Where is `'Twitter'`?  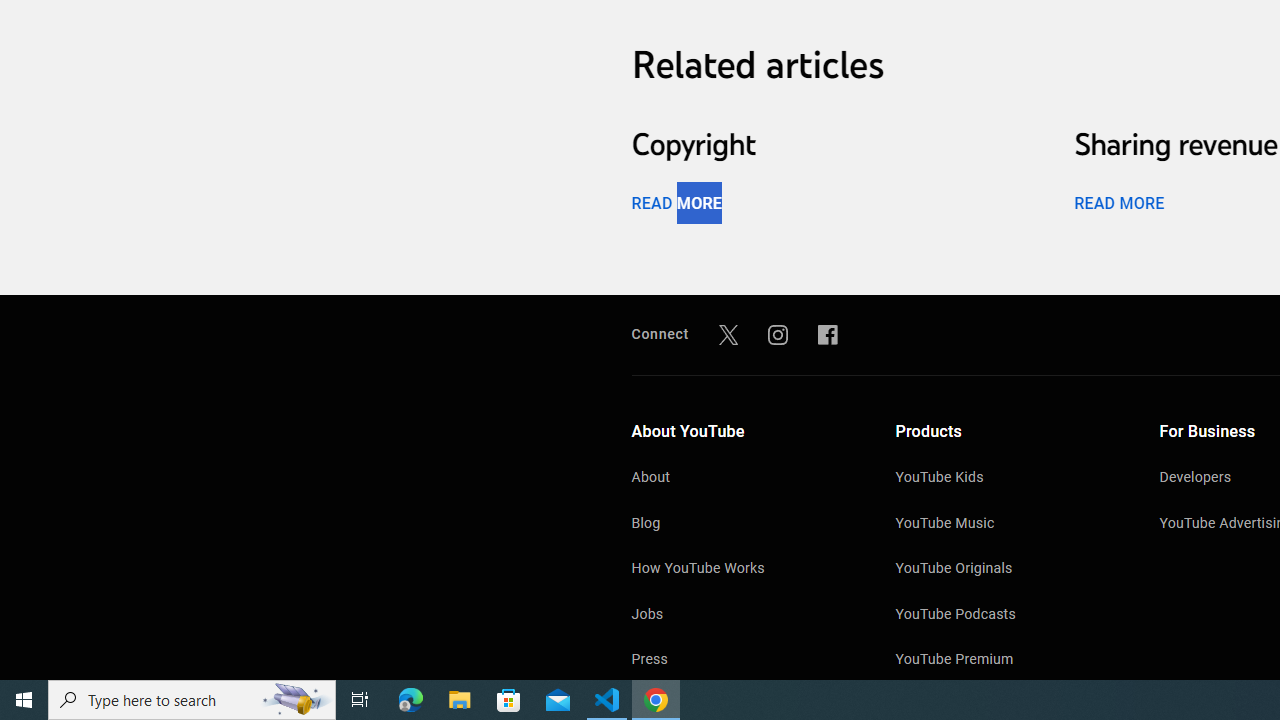 'Twitter' is located at coordinates (727, 333).